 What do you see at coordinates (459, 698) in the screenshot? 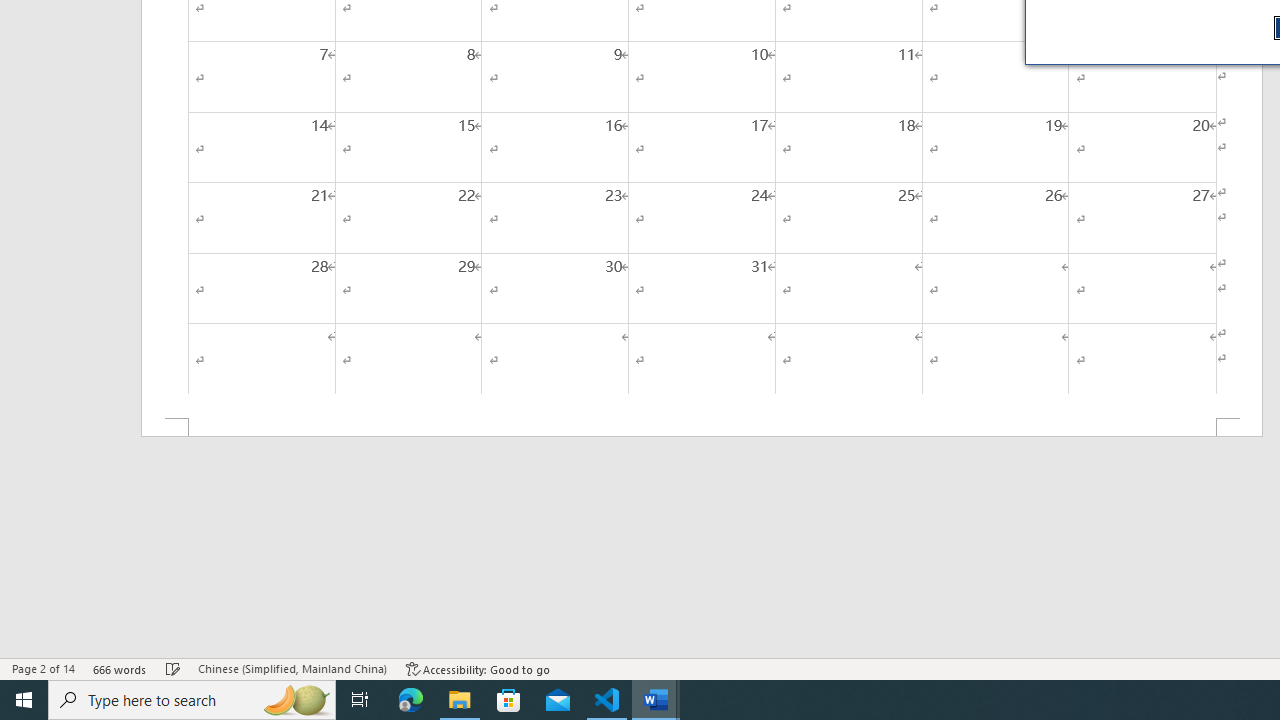
I see `'File Explorer - 1 running window'` at bounding box center [459, 698].